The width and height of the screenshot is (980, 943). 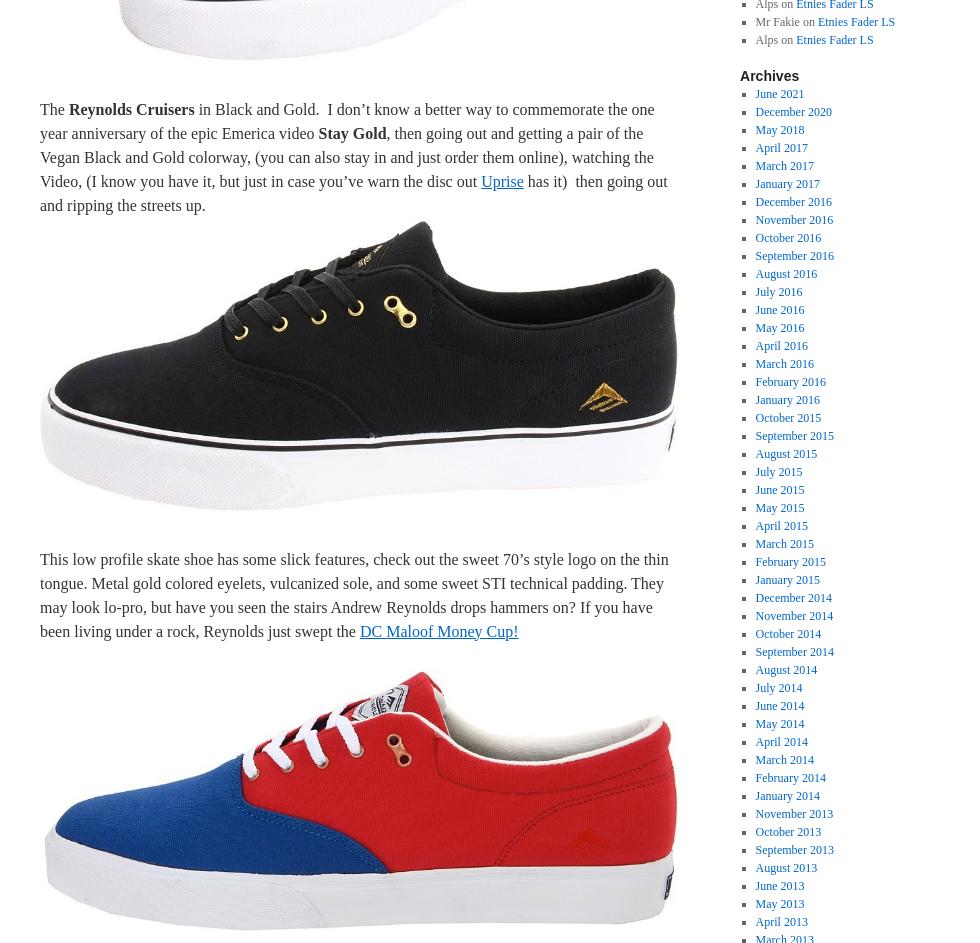 What do you see at coordinates (789, 381) in the screenshot?
I see `'February 2016'` at bounding box center [789, 381].